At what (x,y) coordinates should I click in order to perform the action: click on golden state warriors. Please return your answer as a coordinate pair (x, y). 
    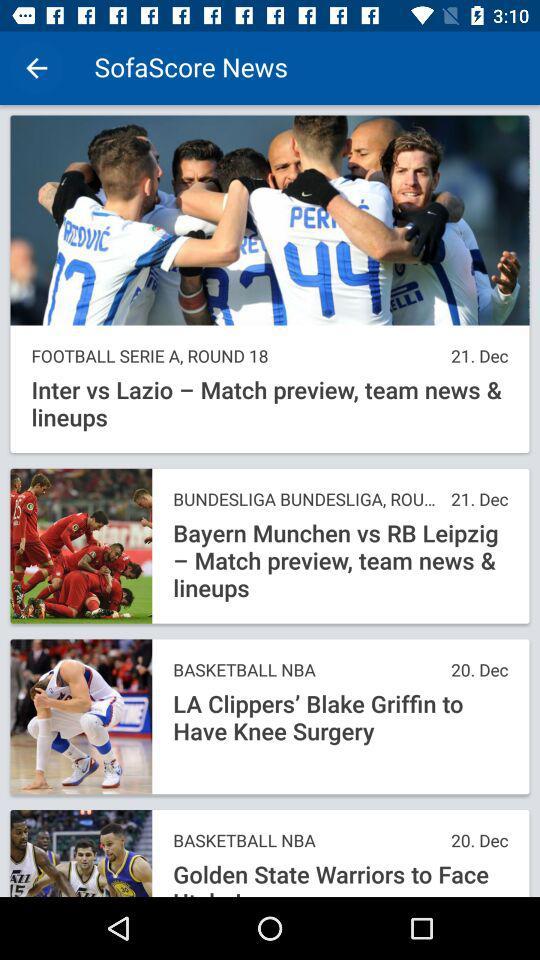
    Looking at the image, I should click on (339, 878).